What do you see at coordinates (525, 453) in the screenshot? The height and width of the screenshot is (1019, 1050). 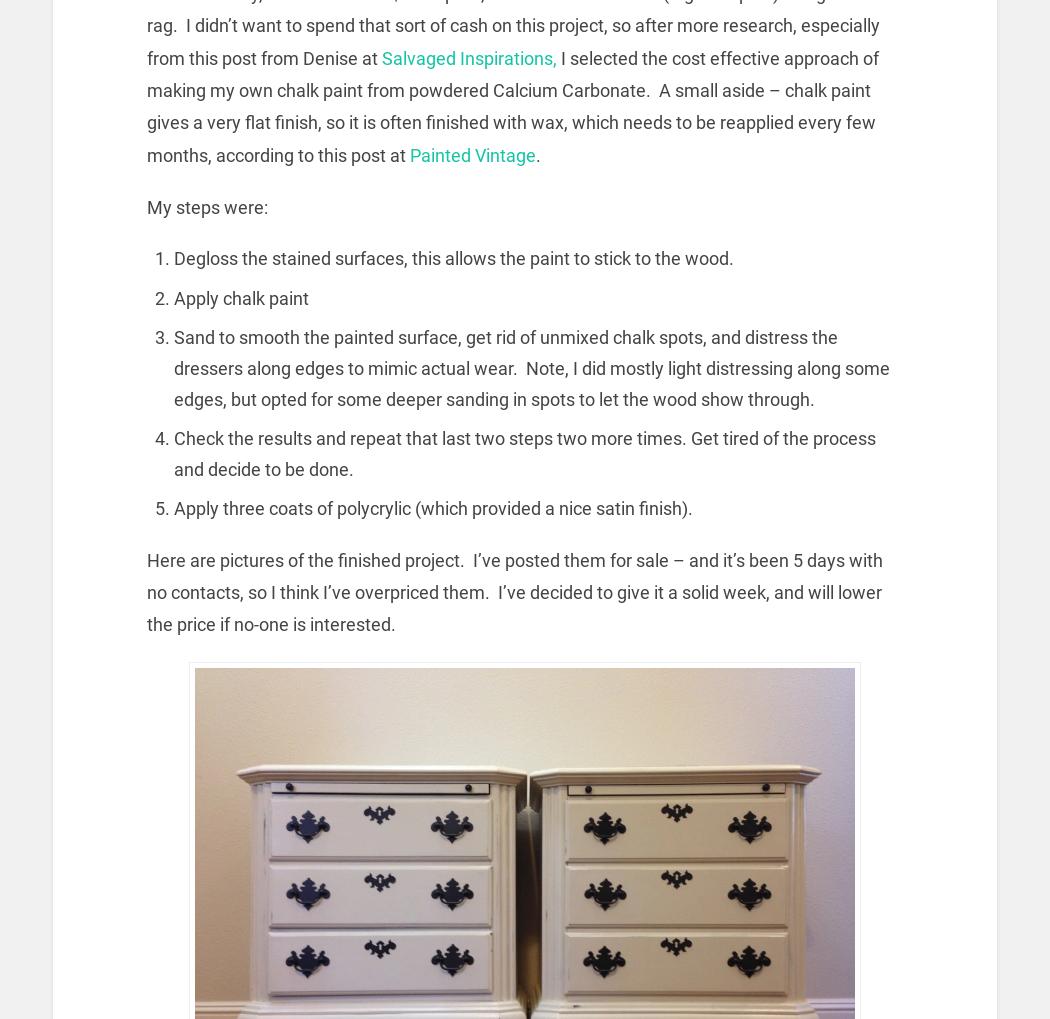 I see `'Check the results and repeat that last two steps two more times. Get tired of the process and decide to be done.'` at bounding box center [525, 453].